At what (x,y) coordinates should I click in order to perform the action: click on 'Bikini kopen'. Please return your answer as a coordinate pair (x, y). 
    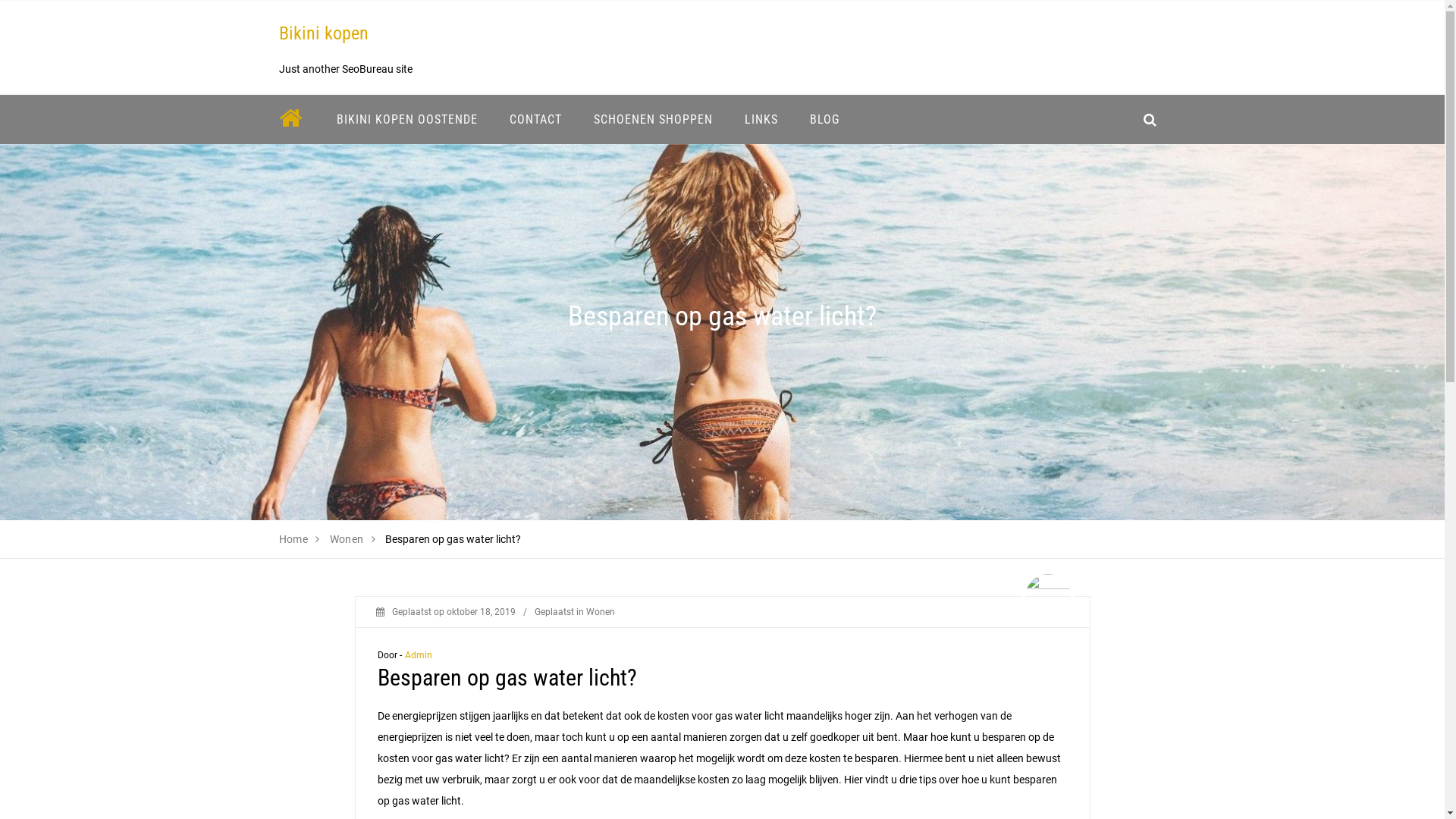
    Looking at the image, I should click on (323, 33).